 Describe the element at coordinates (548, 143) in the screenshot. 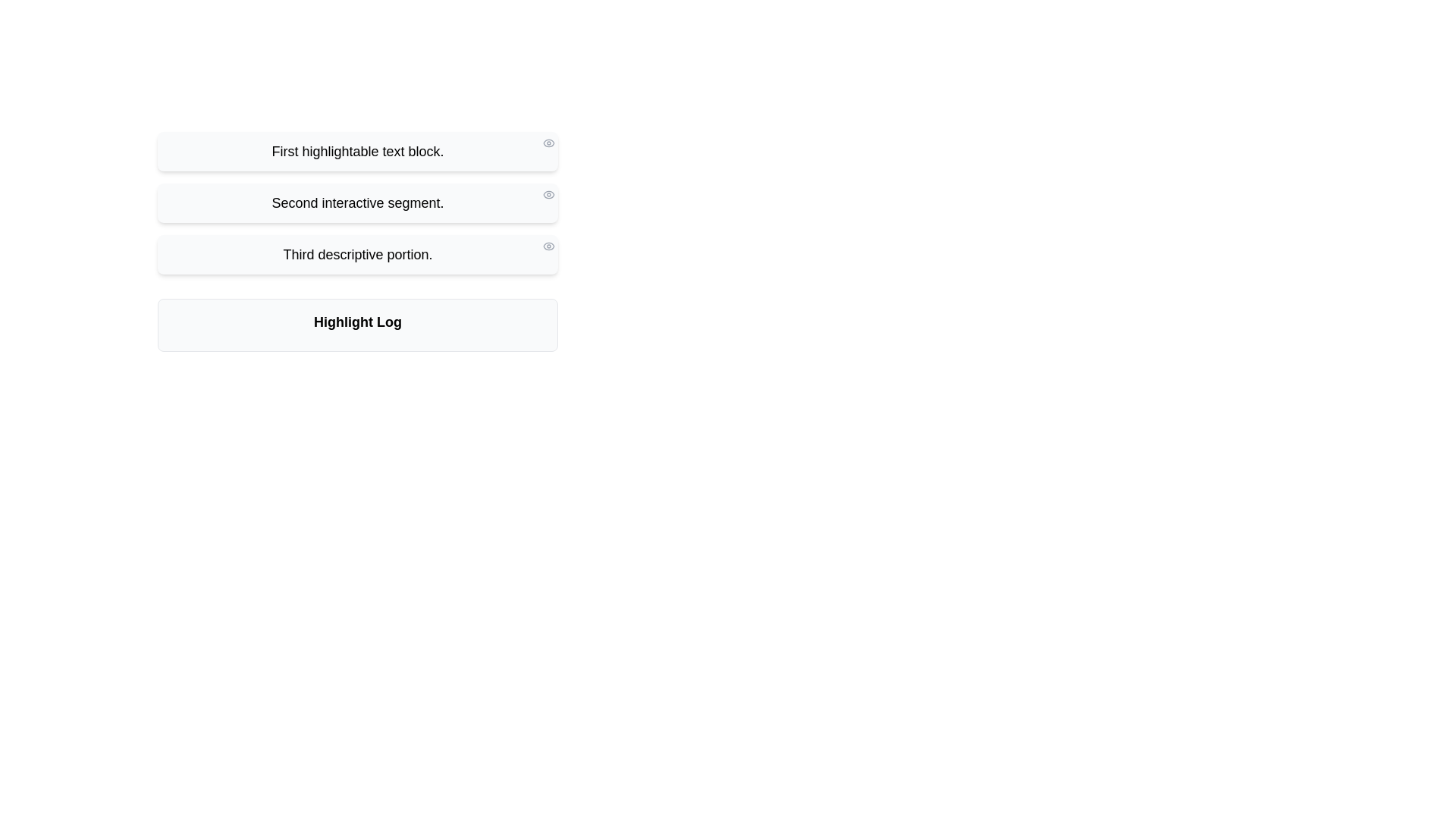

I see `the 'eye' icon in the top-right corner, which represents a visibility toggle or view action` at that location.